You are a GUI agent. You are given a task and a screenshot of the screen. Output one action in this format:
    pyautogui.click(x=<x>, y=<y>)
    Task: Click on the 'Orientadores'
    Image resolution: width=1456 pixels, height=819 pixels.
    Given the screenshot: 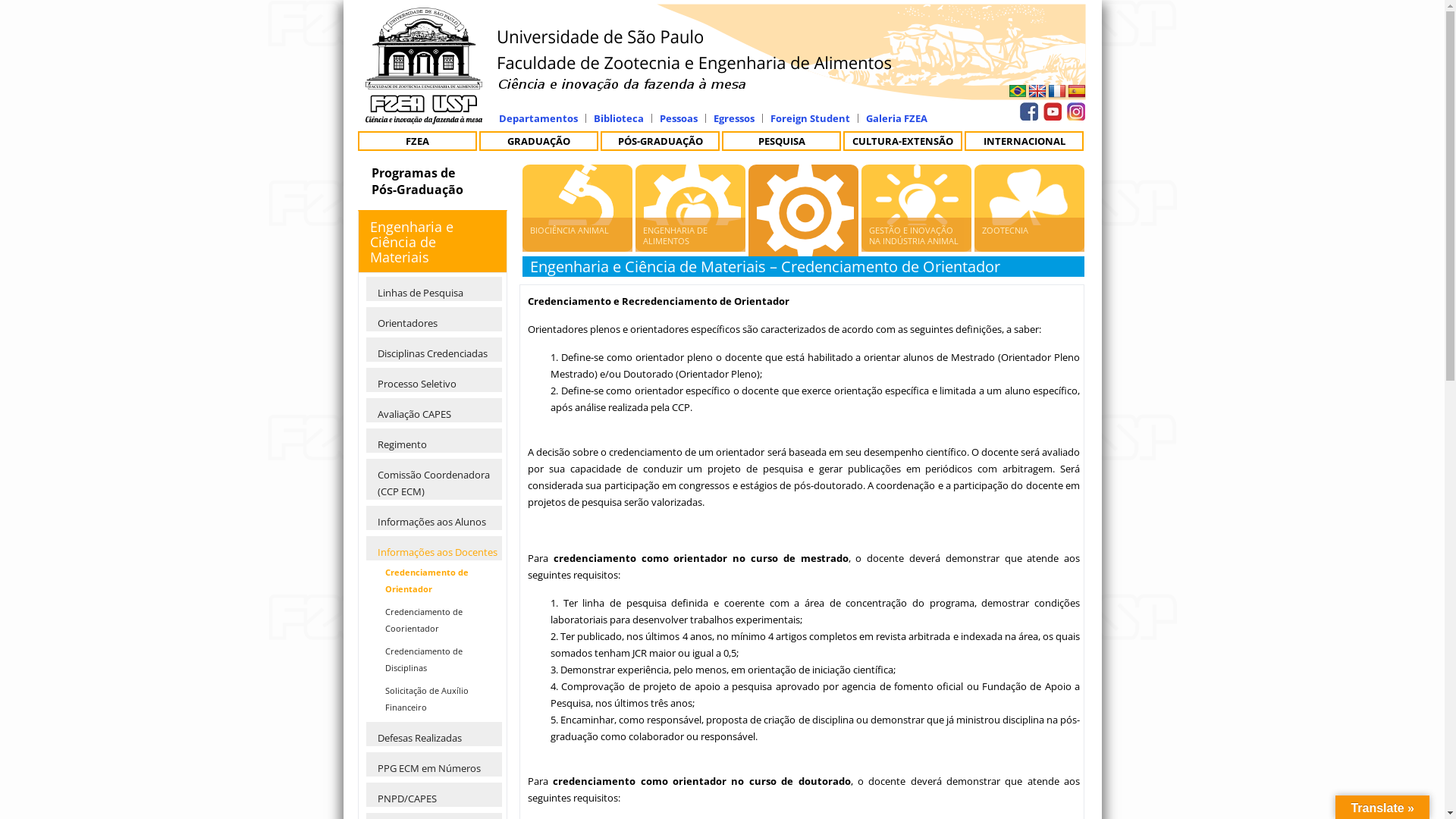 What is the action you would take?
    pyautogui.click(x=366, y=318)
    